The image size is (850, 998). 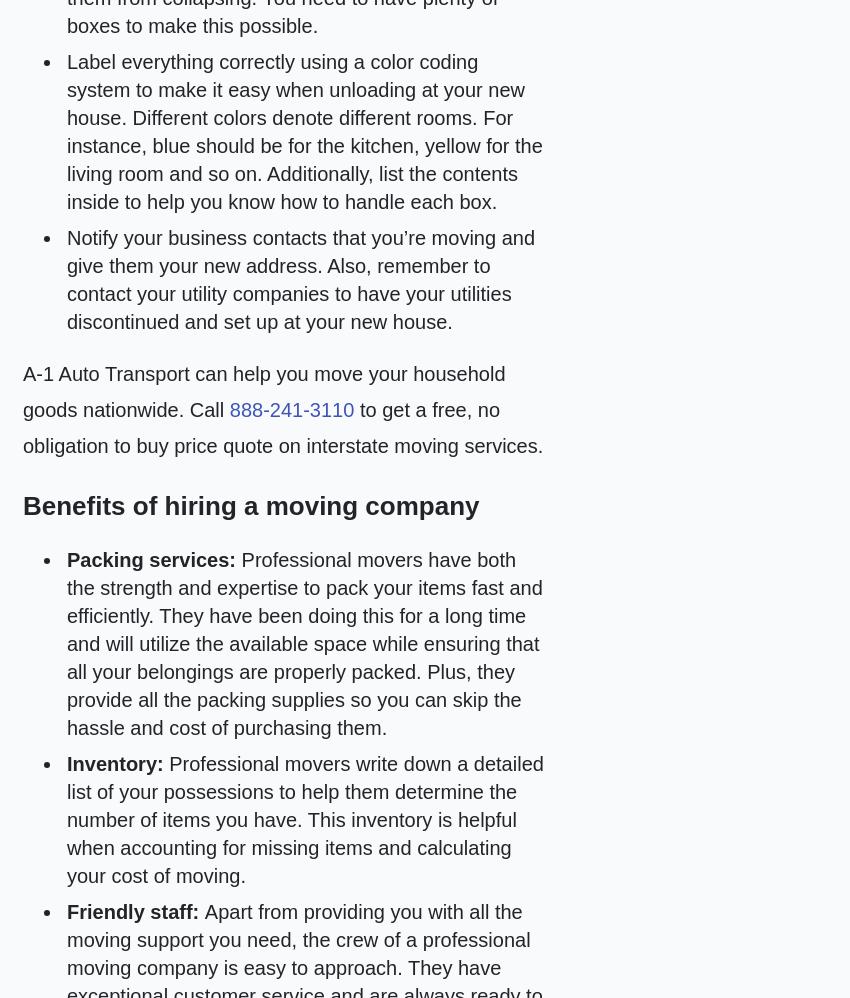 I want to click on '888-241-3110', so click(x=290, y=409).